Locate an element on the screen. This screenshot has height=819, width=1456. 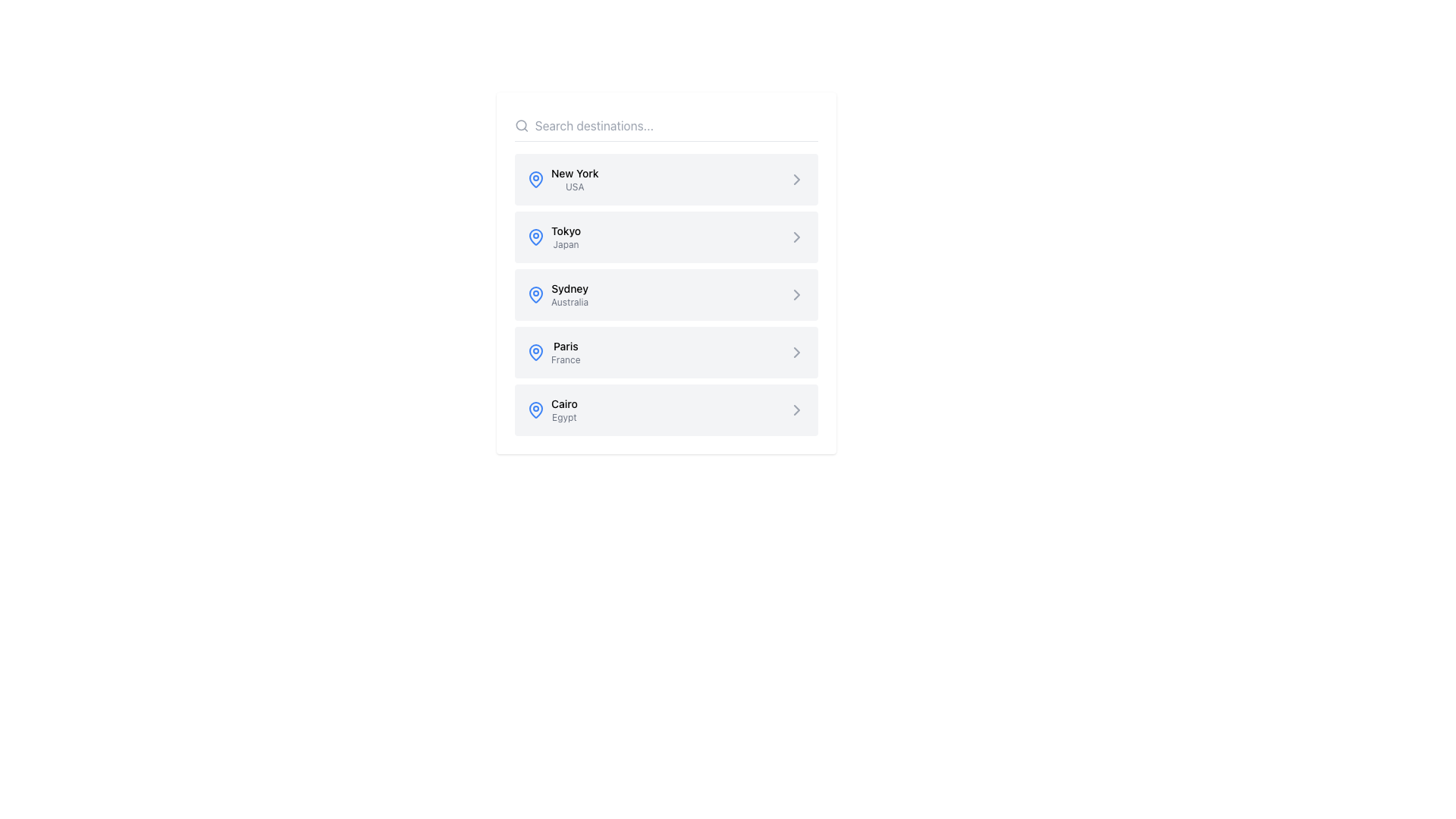
the text label that serves as the primary title of a travel destination, located above the text 'Egypt' and to the right of a blue location icon is located at coordinates (563, 403).